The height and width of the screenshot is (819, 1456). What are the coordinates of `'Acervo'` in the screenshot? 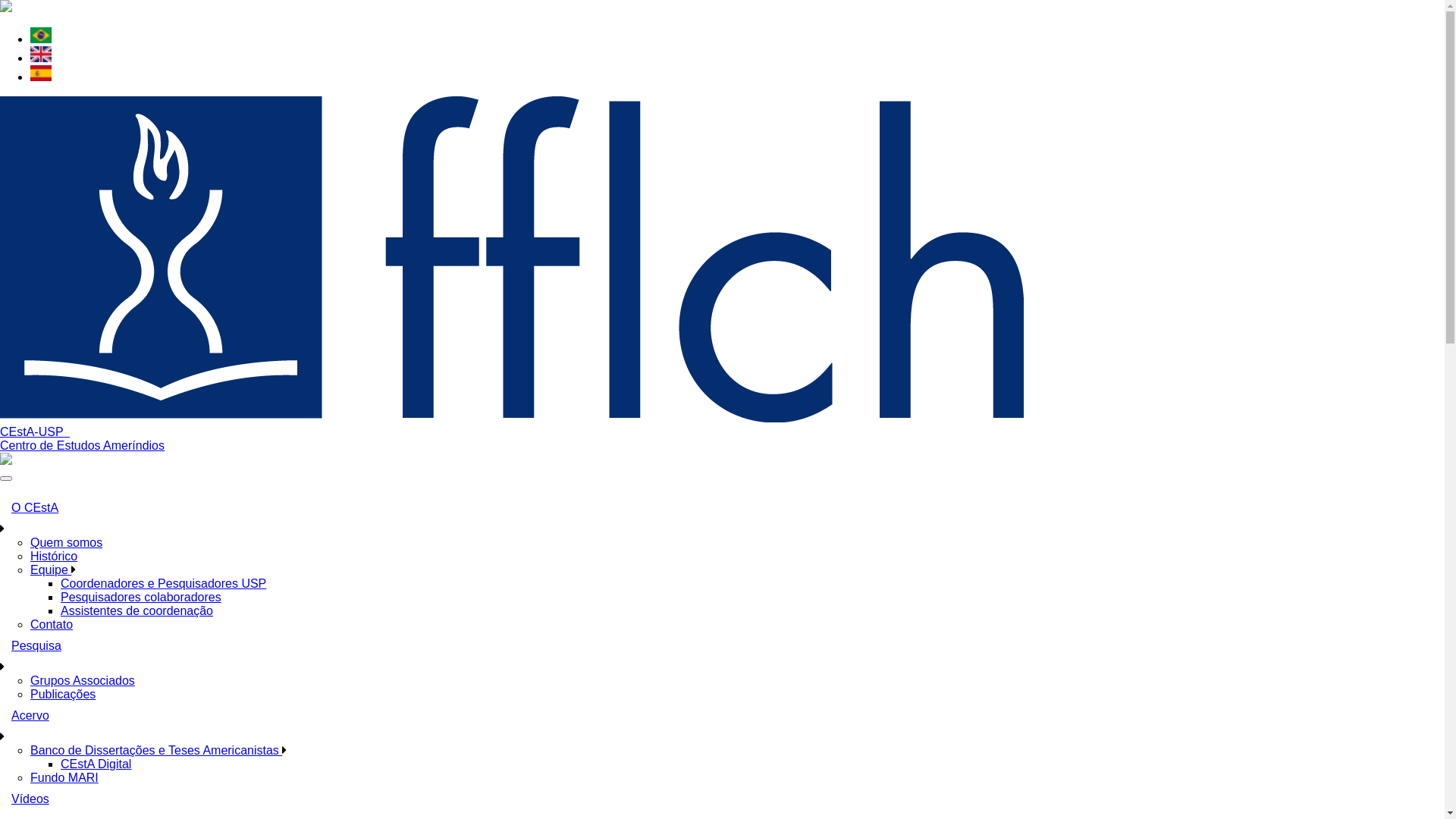 It's located at (721, 716).